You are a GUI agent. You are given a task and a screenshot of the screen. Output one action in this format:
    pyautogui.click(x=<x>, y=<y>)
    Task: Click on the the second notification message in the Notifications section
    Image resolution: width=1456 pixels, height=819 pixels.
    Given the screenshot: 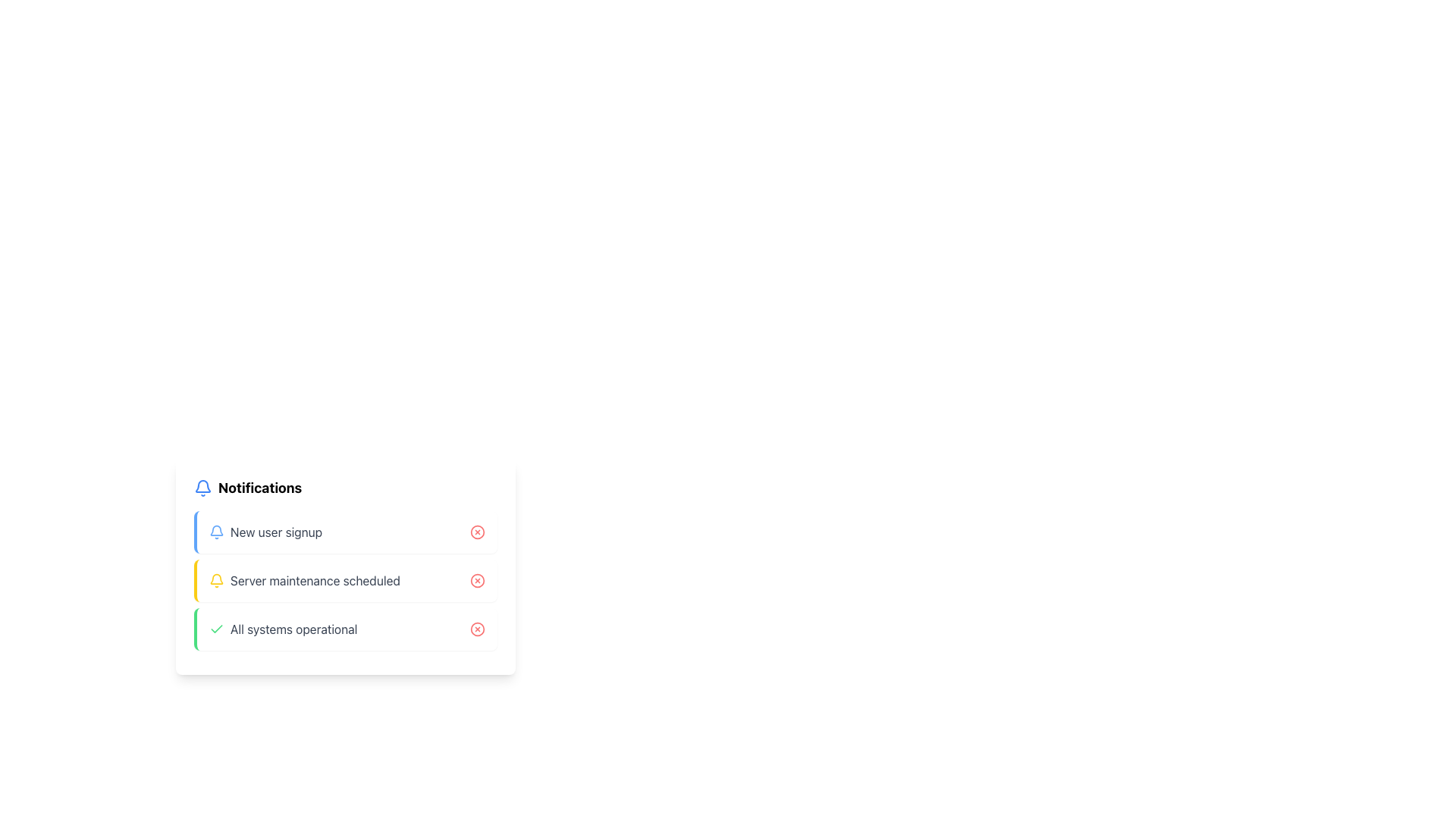 What is the action you would take?
    pyautogui.click(x=345, y=580)
    